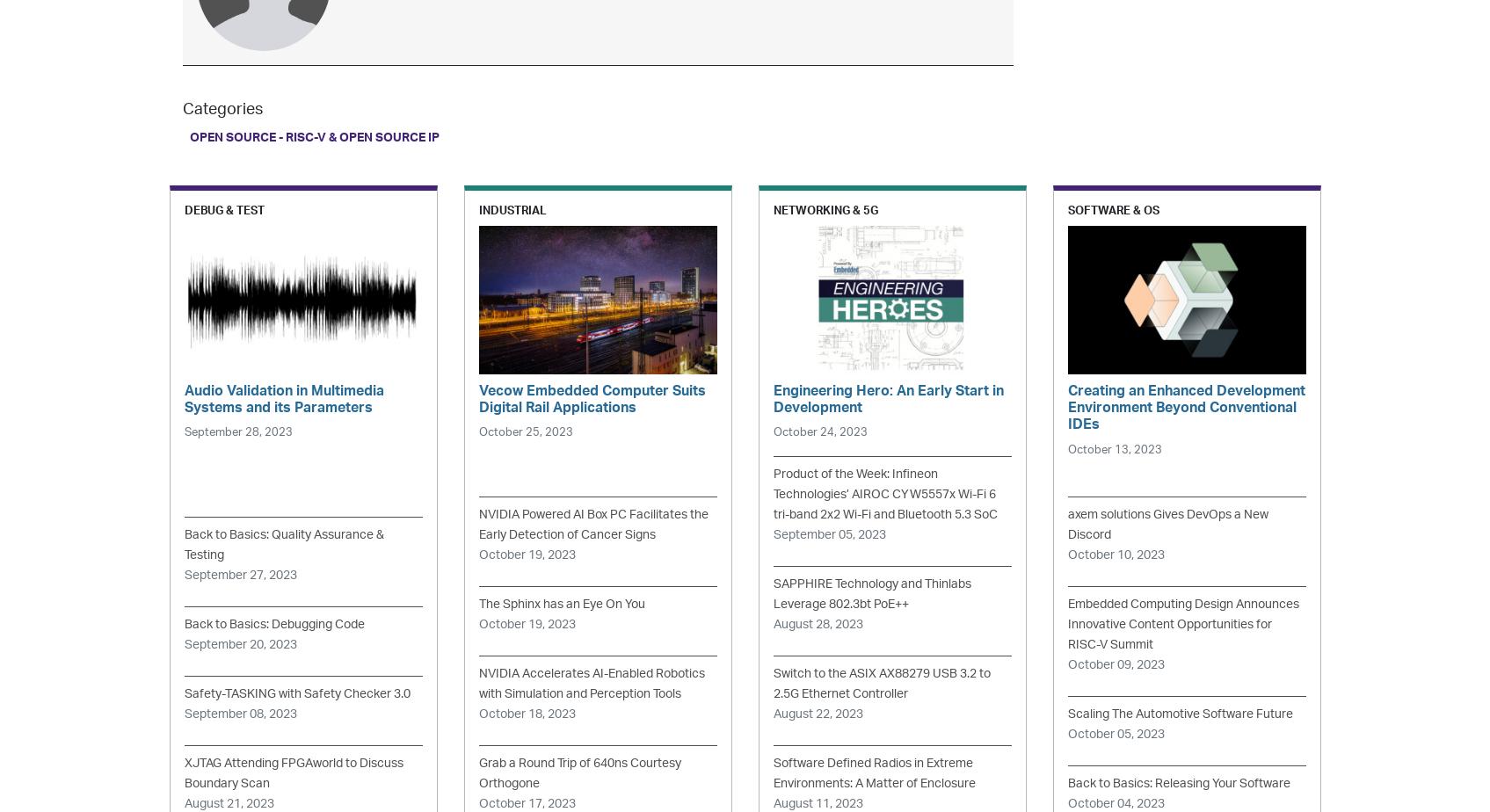  What do you see at coordinates (292, 773) in the screenshot?
I see `'XJTAG Attending FPGAworld to Discuss Boundary Scan'` at bounding box center [292, 773].